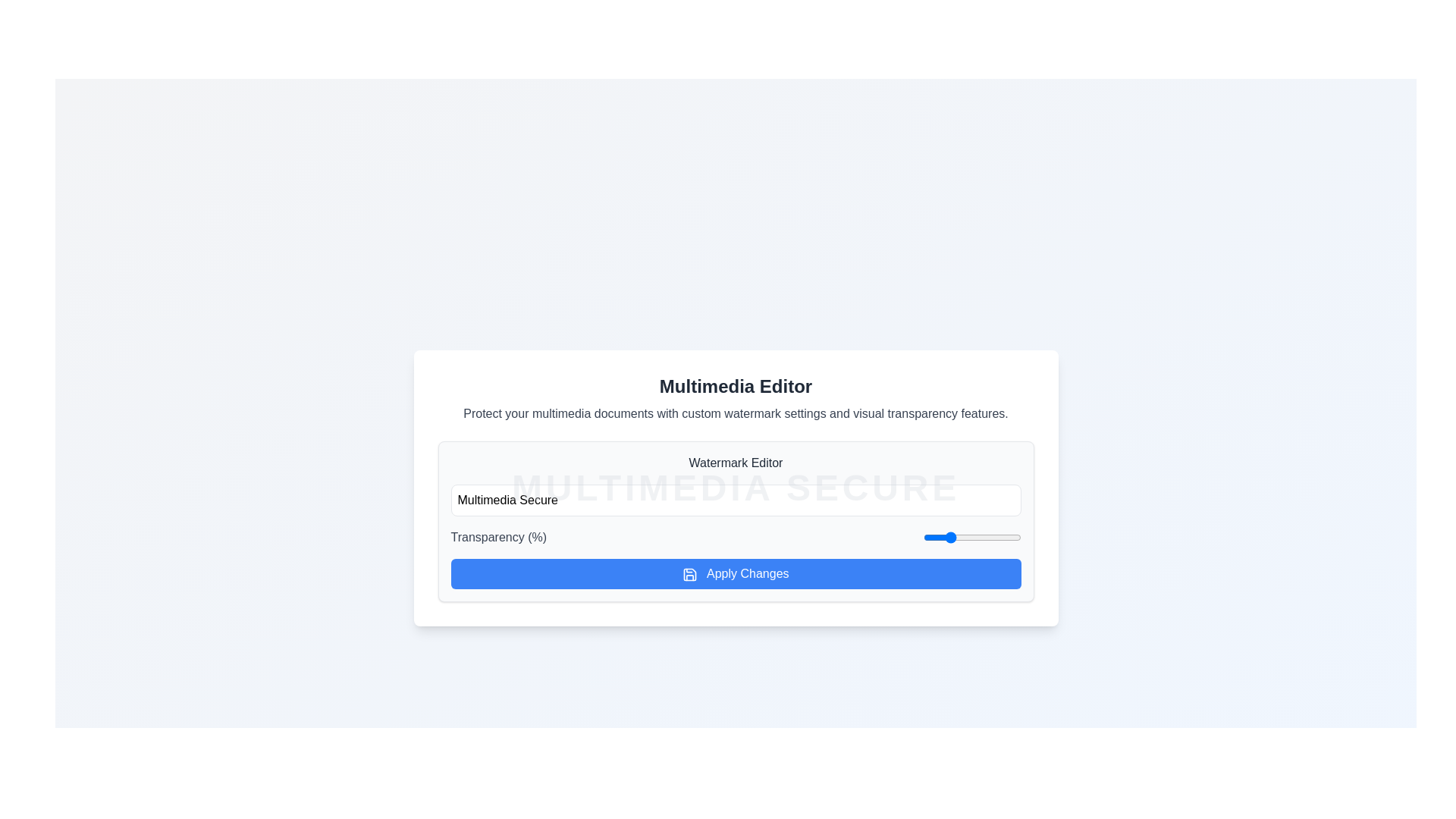  I want to click on transparency, so click(922, 537).